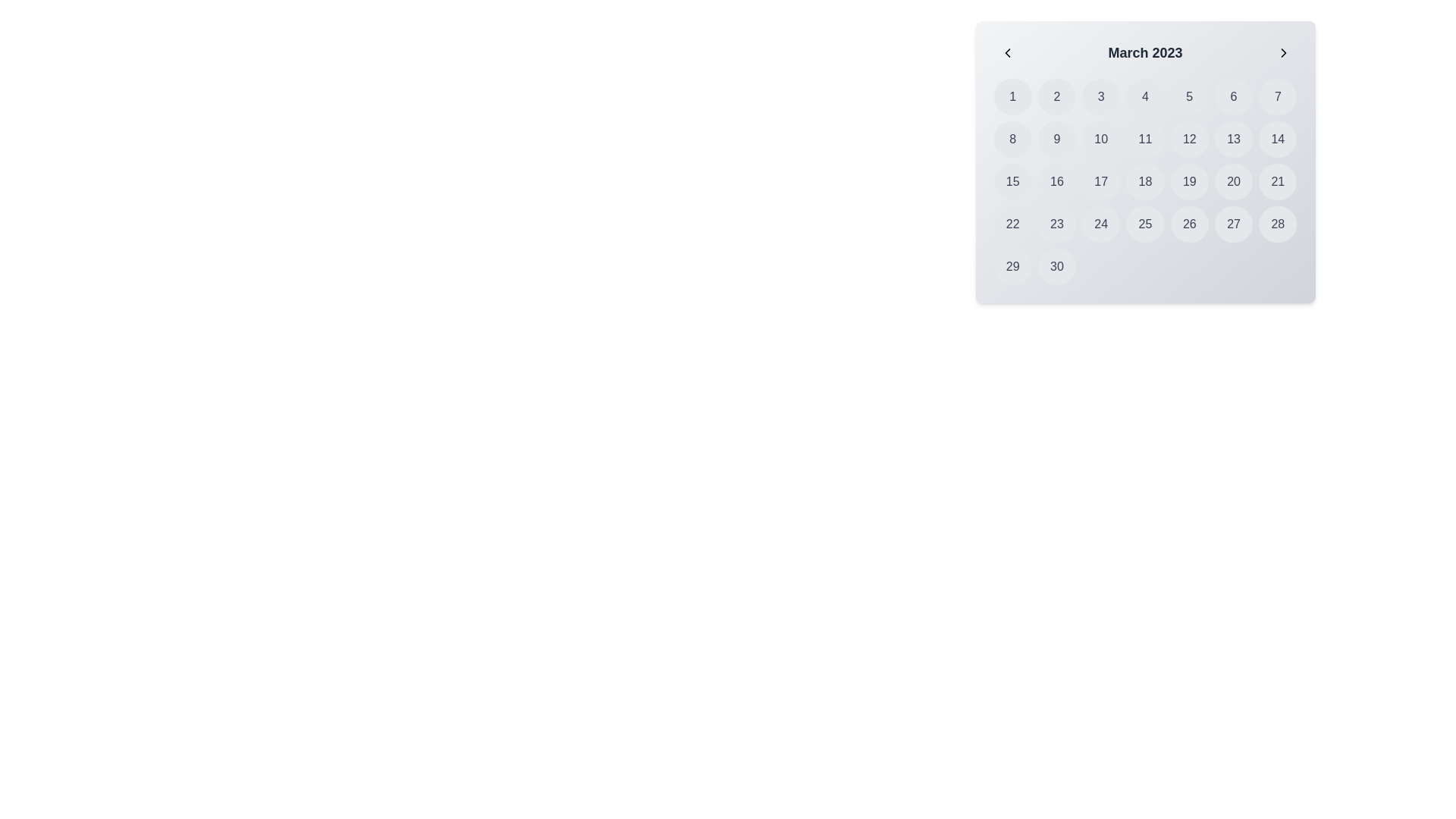 This screenshot has width=1456, height=819. What do you see at coordinates (1282, 52) in the screenshot?
I see `keyboard navigation` at bounding box center [1282, 52].